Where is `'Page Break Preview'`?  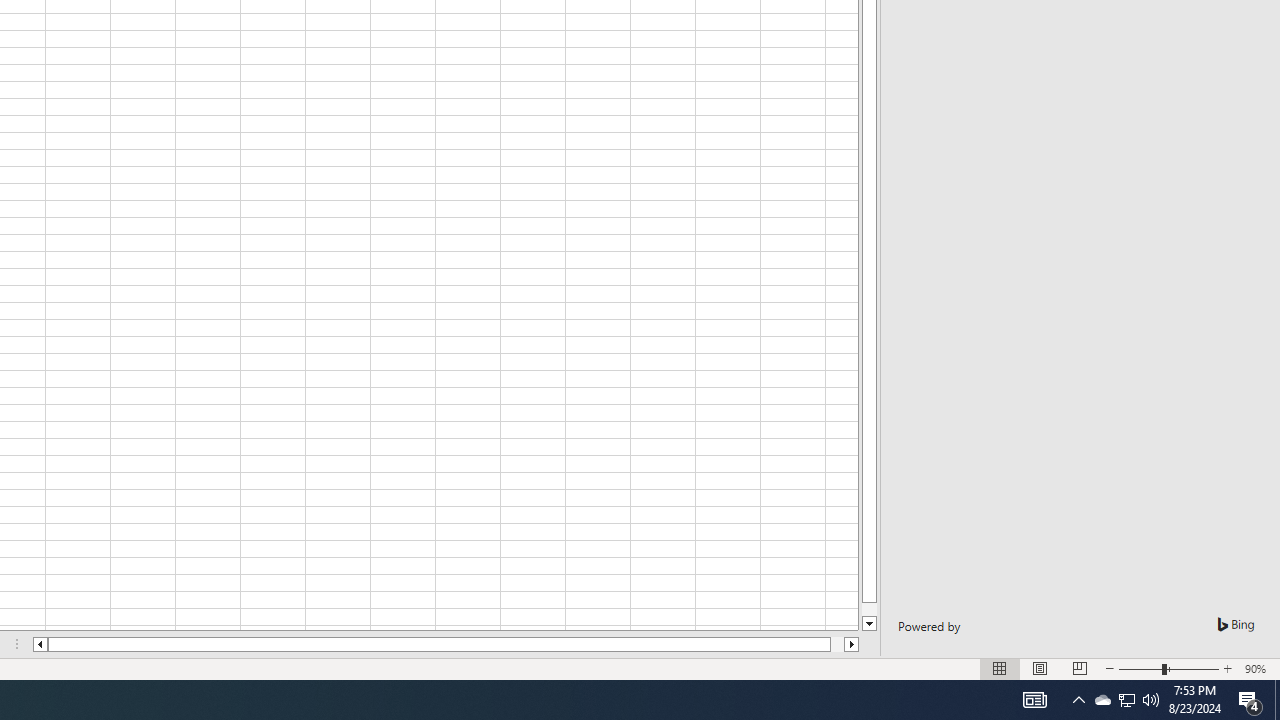 'Page Break Preview' is located at coordinates (1078, 669).